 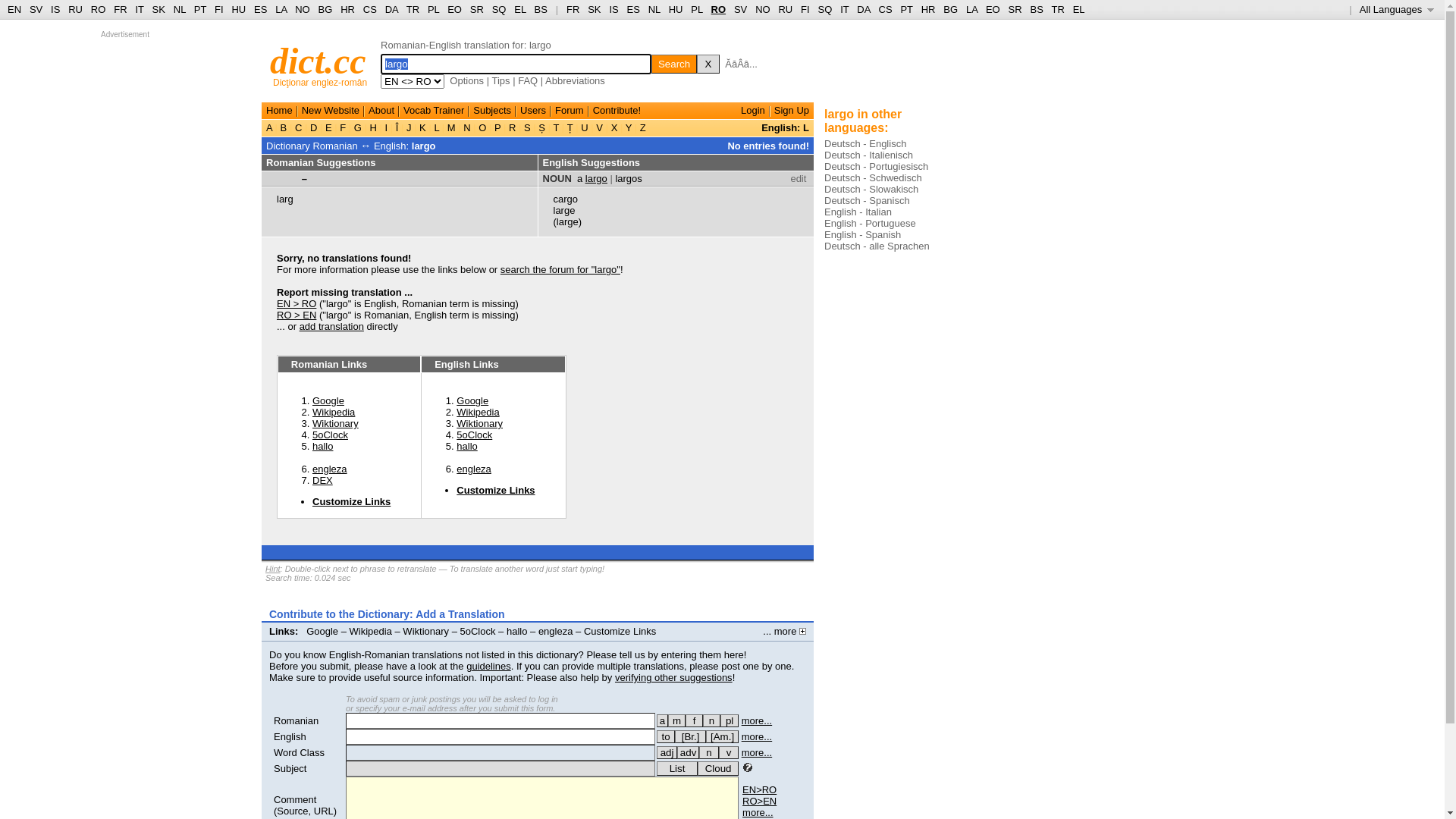 What do you see at coordinates (443, 127) in the screenshot?
I see `'M'` at bounding box center [443, 127].